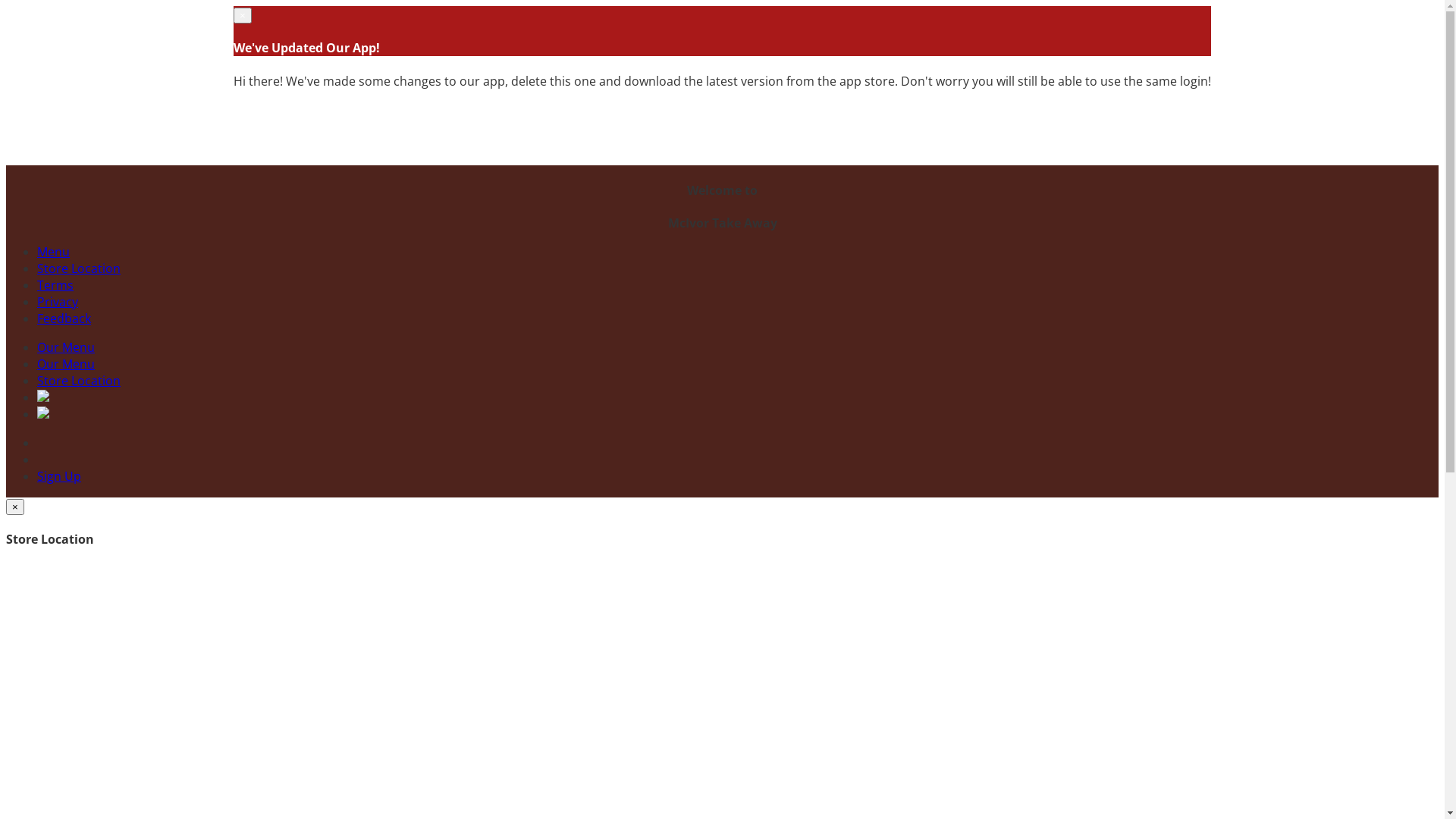 The width and height of the screenshot is (1456, 819). Describe the element at coordinates (78, 268) in the screenshot. I see `'Store Location'` at that location.